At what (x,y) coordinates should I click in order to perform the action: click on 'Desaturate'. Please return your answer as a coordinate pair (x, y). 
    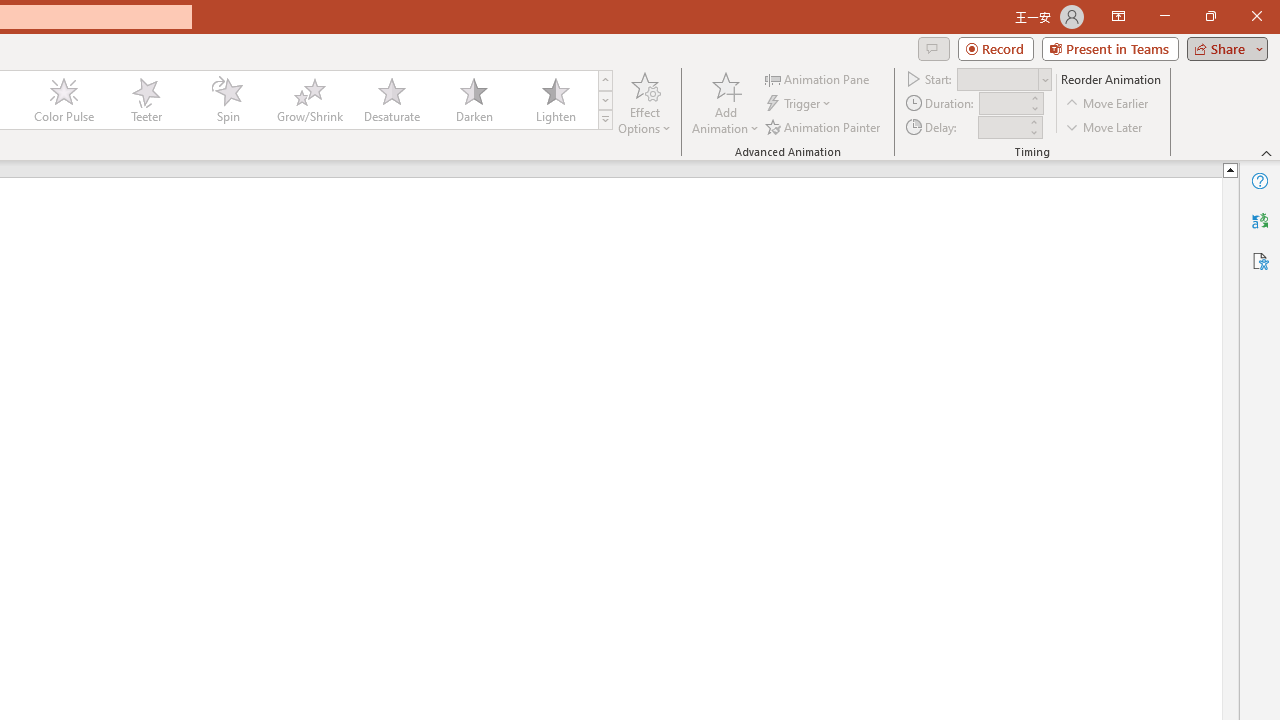
    Looking at the image, I should click on (391, 100).